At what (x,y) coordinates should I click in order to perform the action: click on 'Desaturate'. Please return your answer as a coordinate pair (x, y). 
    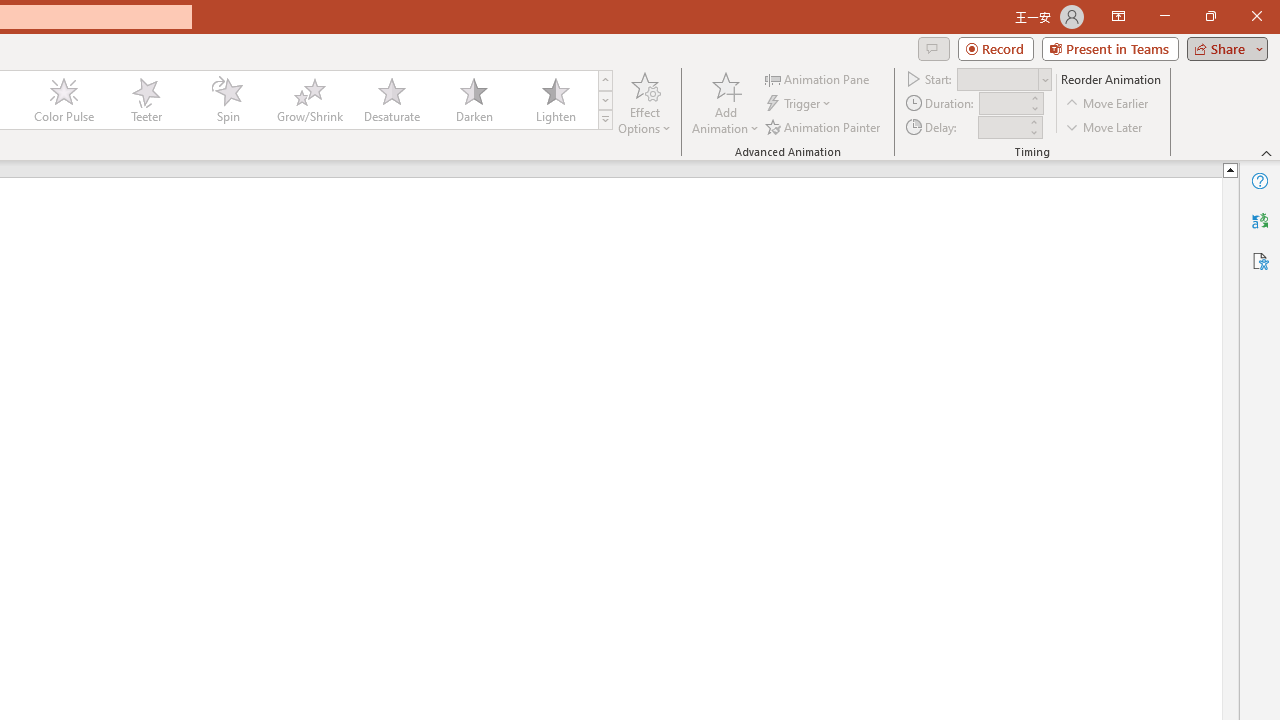
    Looking at the image, I should click on (391, 100).